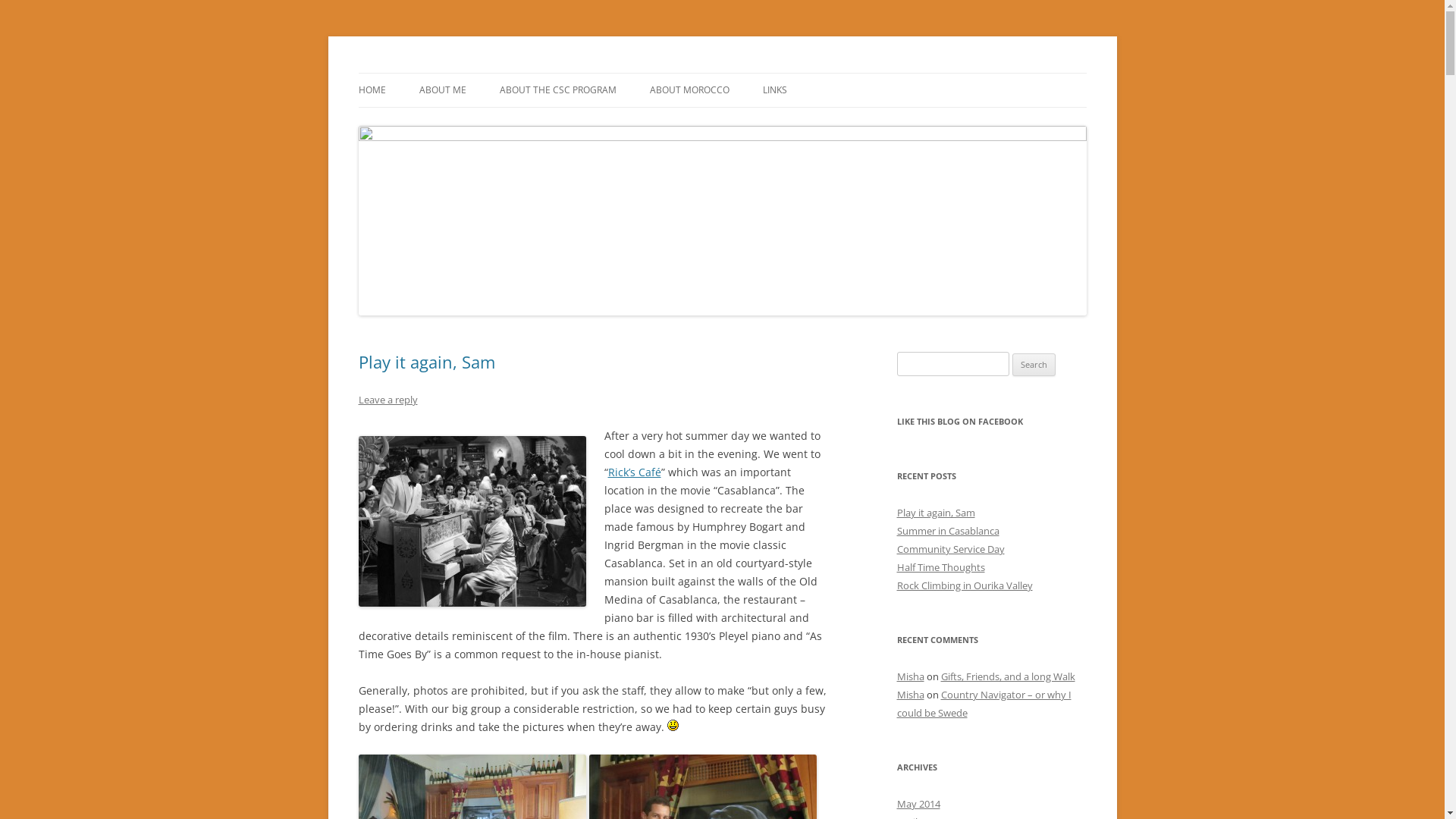 The height and width of the screenshot is (819, 1456). What do you see at coordinates (371, 90) in the screenshot?
I see `'HOME'` at bounding box center [371, 90].